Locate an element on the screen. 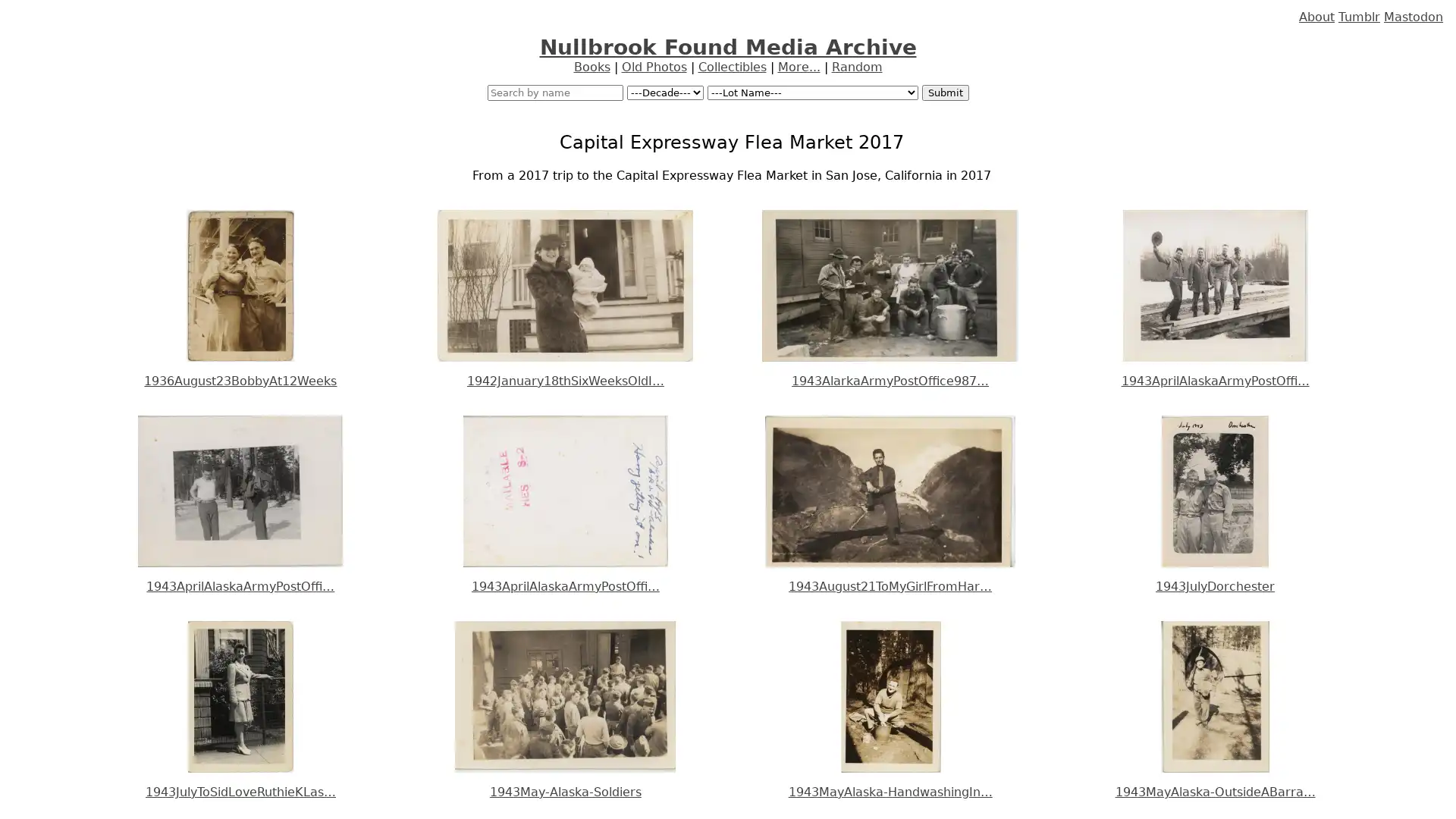 This screenshot has width=1456, height=819. Submit is located at coordinates (944, 93).